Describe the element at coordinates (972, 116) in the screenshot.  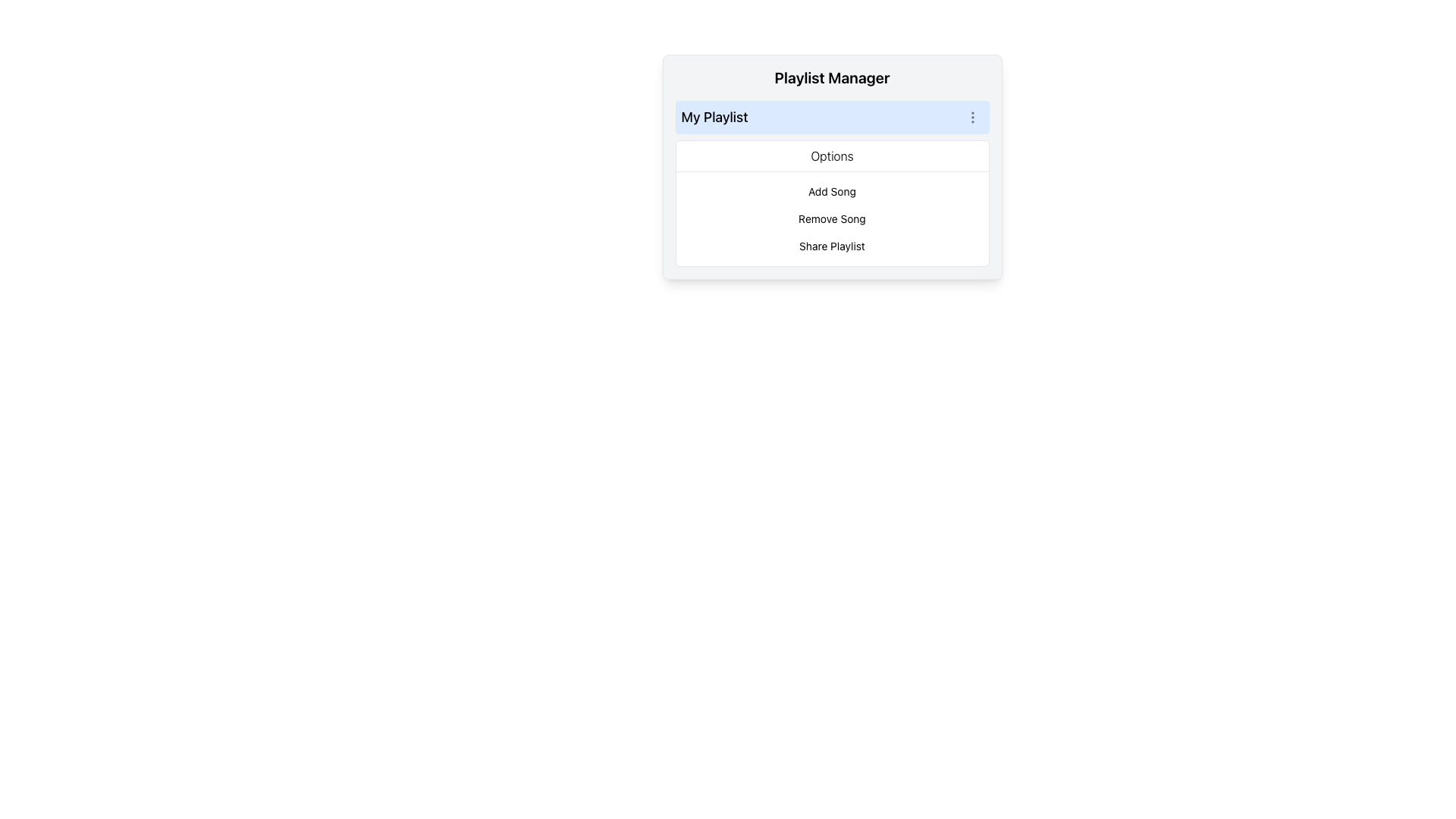
I see `the vertical ellipsis icon located at the top-right edge of the highlighted row labeled 'My Playlist' in the Playlist Manager interface` at that location.